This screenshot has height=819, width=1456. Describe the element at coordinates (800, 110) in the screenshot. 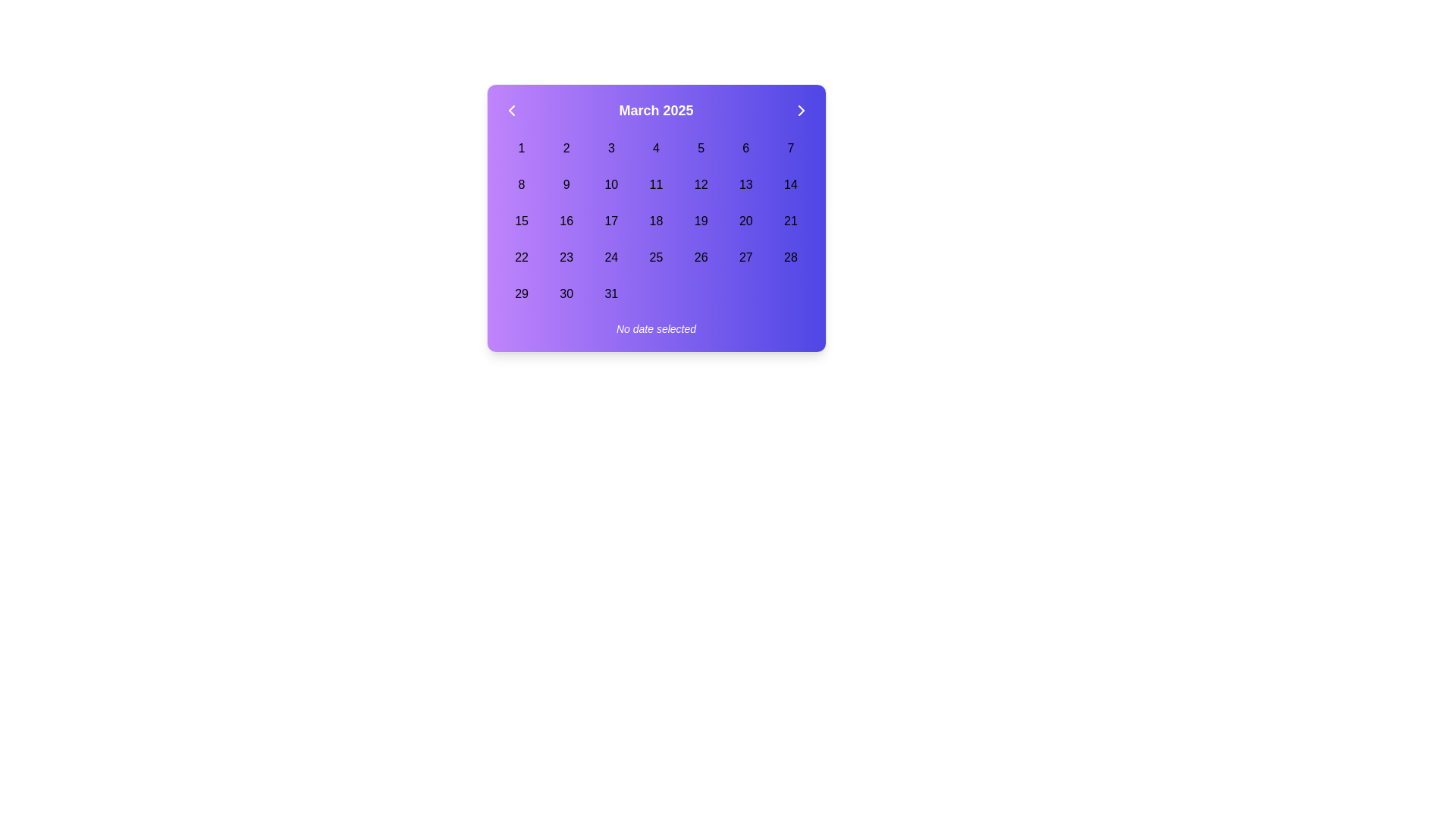

I see `the chevron icon pointing right located at the top-right corner of the calendar interface, next to the 'March 2025' label` at that location.